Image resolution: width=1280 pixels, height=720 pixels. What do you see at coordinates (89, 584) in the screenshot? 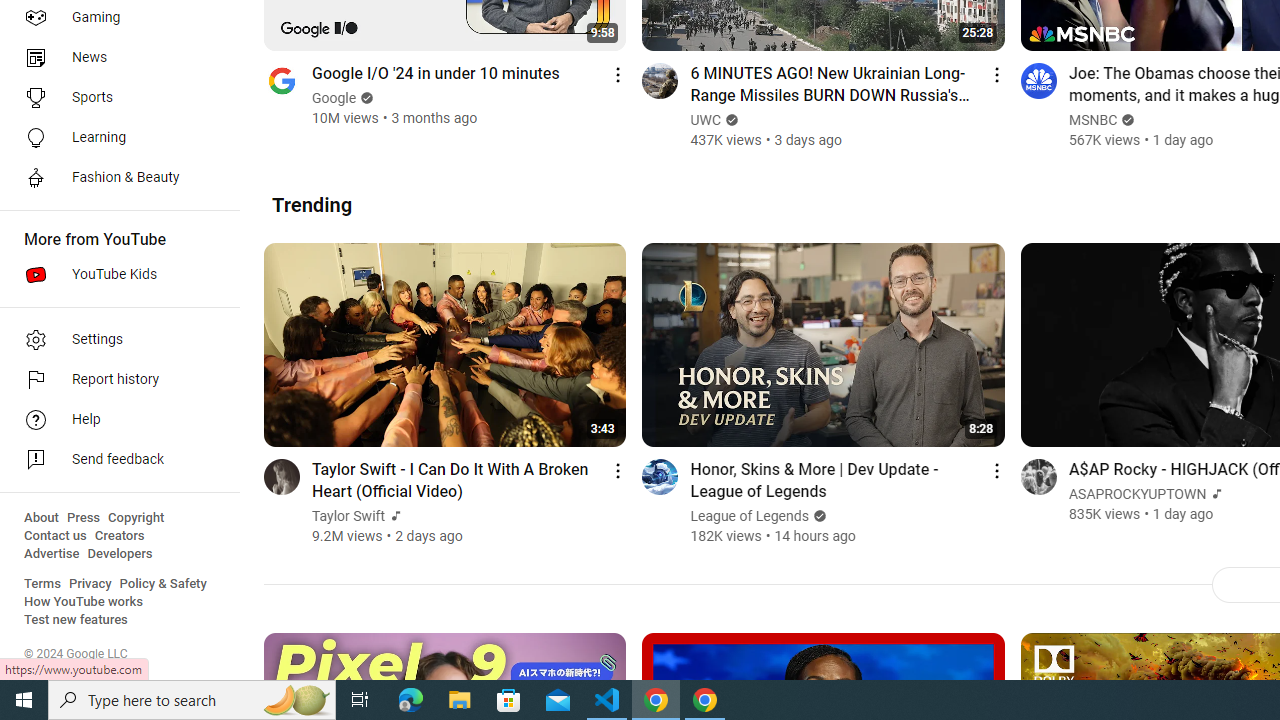
I see `'Privacy'` at bounding box center [89, 584].